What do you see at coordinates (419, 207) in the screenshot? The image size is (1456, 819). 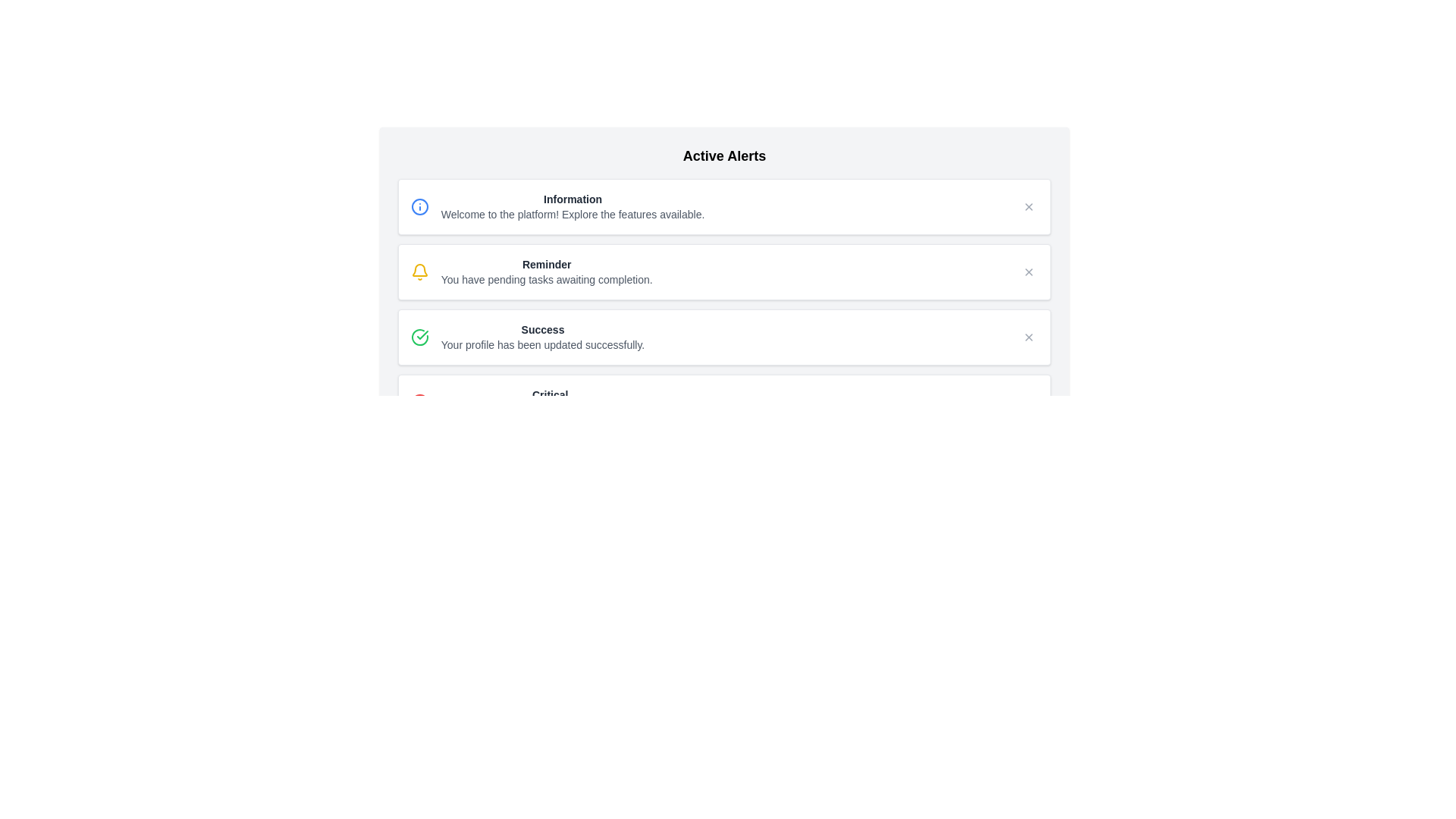 I see `the circular shape with a blue stroke inside the SVG icon representing an informational symbol, located in the 'Active Alerts' section of the alert bar` at bounding box center [419, 207].